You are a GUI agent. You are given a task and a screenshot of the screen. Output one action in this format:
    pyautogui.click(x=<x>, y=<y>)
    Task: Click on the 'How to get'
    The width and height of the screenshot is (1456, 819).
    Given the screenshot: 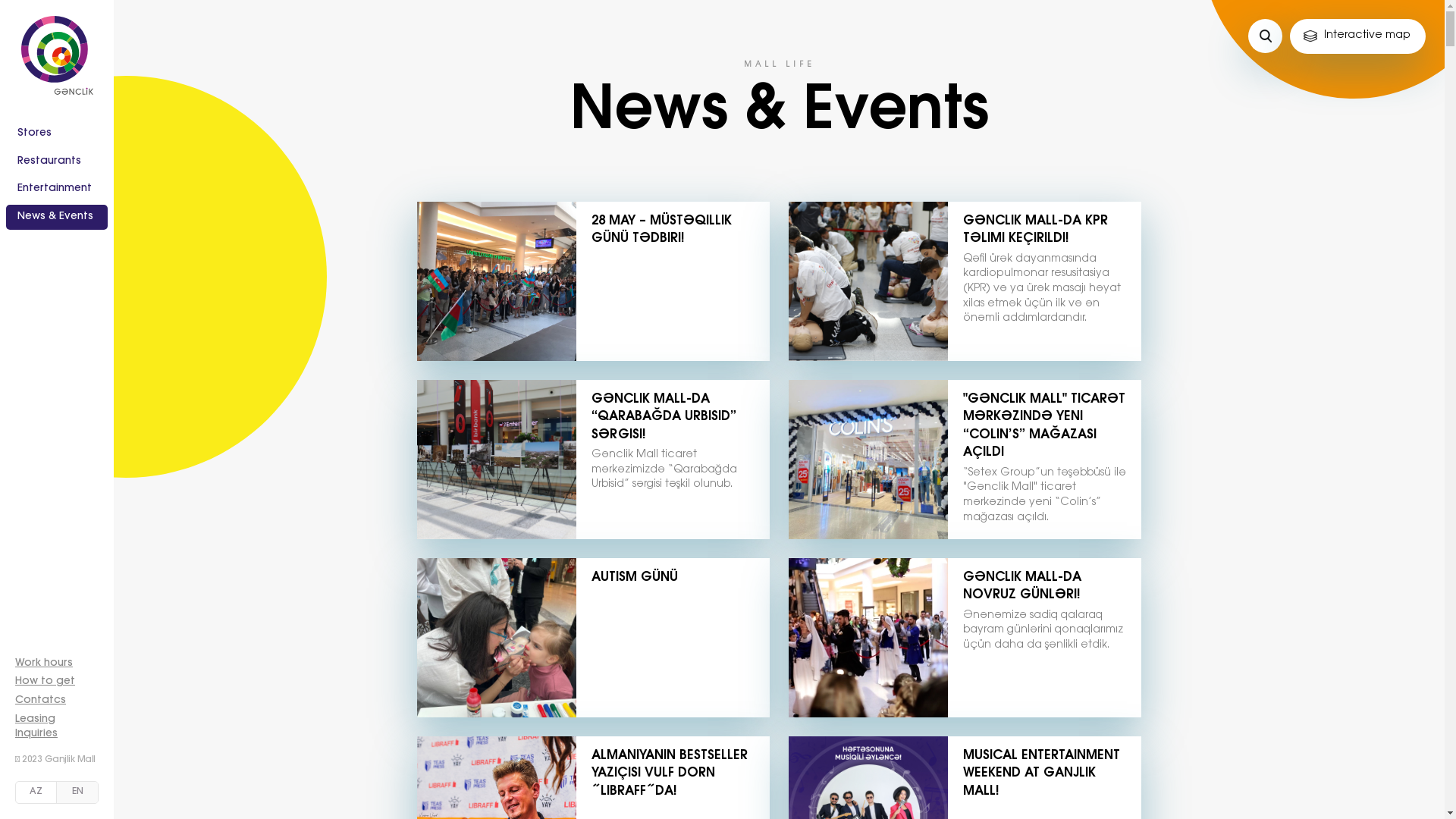 What is the action you would take?
    pyautogui.click(x=45, y=680)
    